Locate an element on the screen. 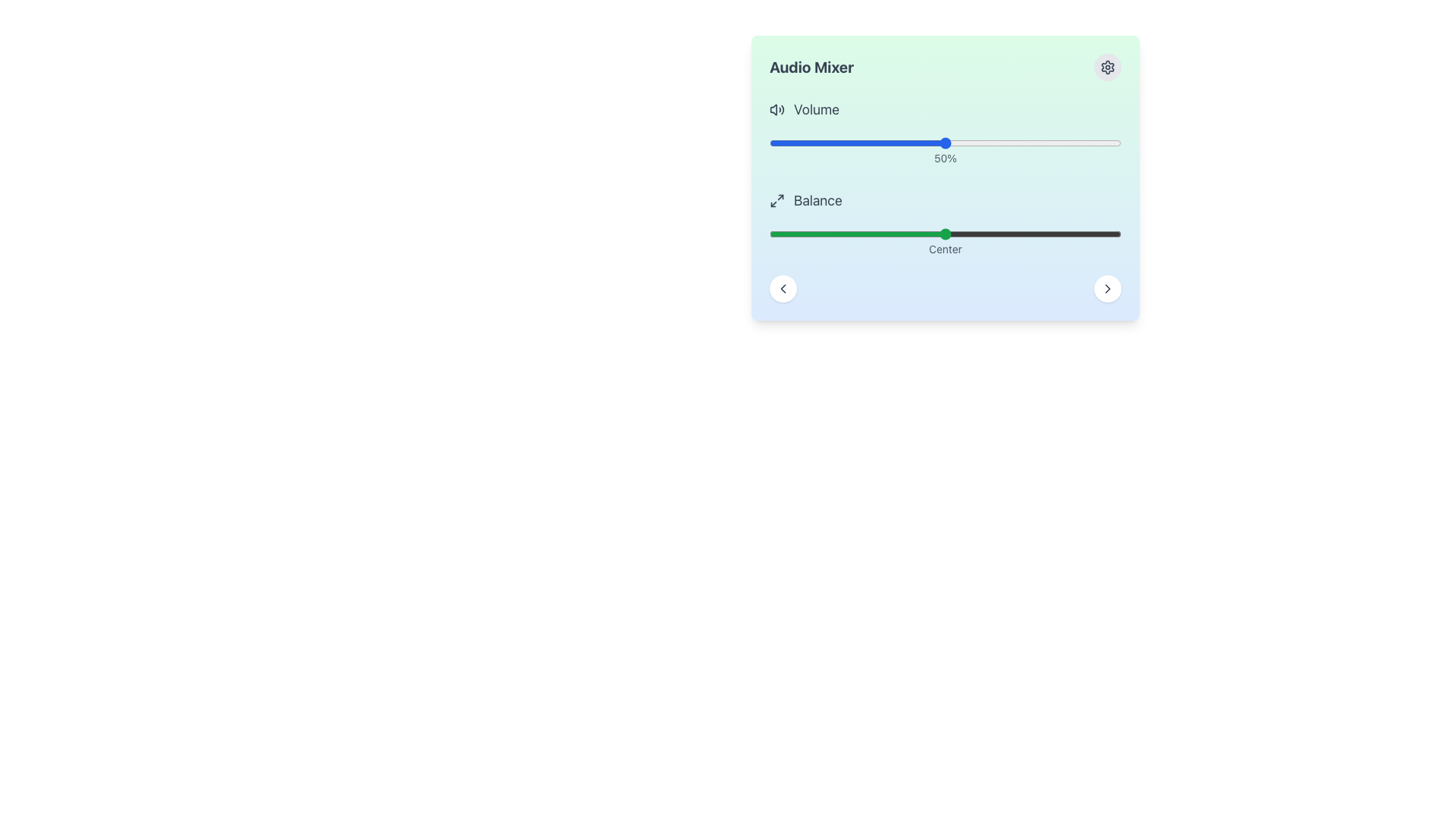 The width and height of the screenshot is (1456, 819). the volume is located at coordinates (1009, 143).